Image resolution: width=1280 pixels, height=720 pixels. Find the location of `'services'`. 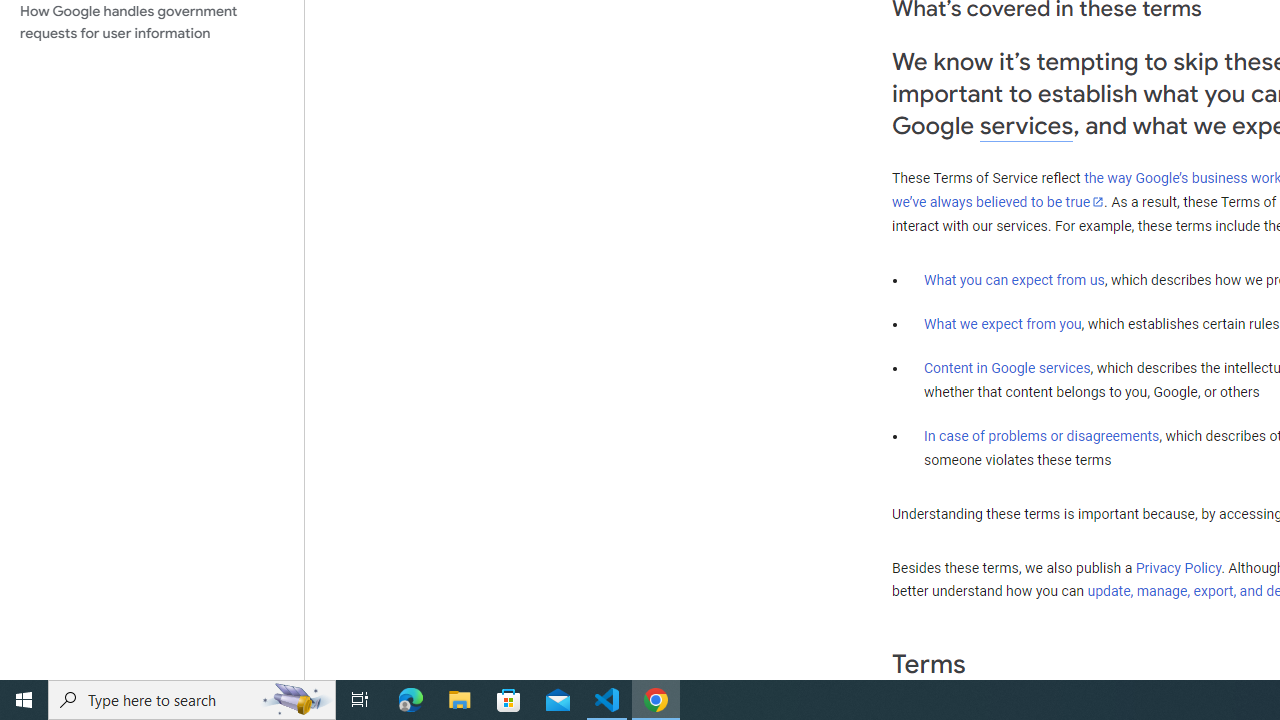

'services' is located at coordinates (1026, 125).